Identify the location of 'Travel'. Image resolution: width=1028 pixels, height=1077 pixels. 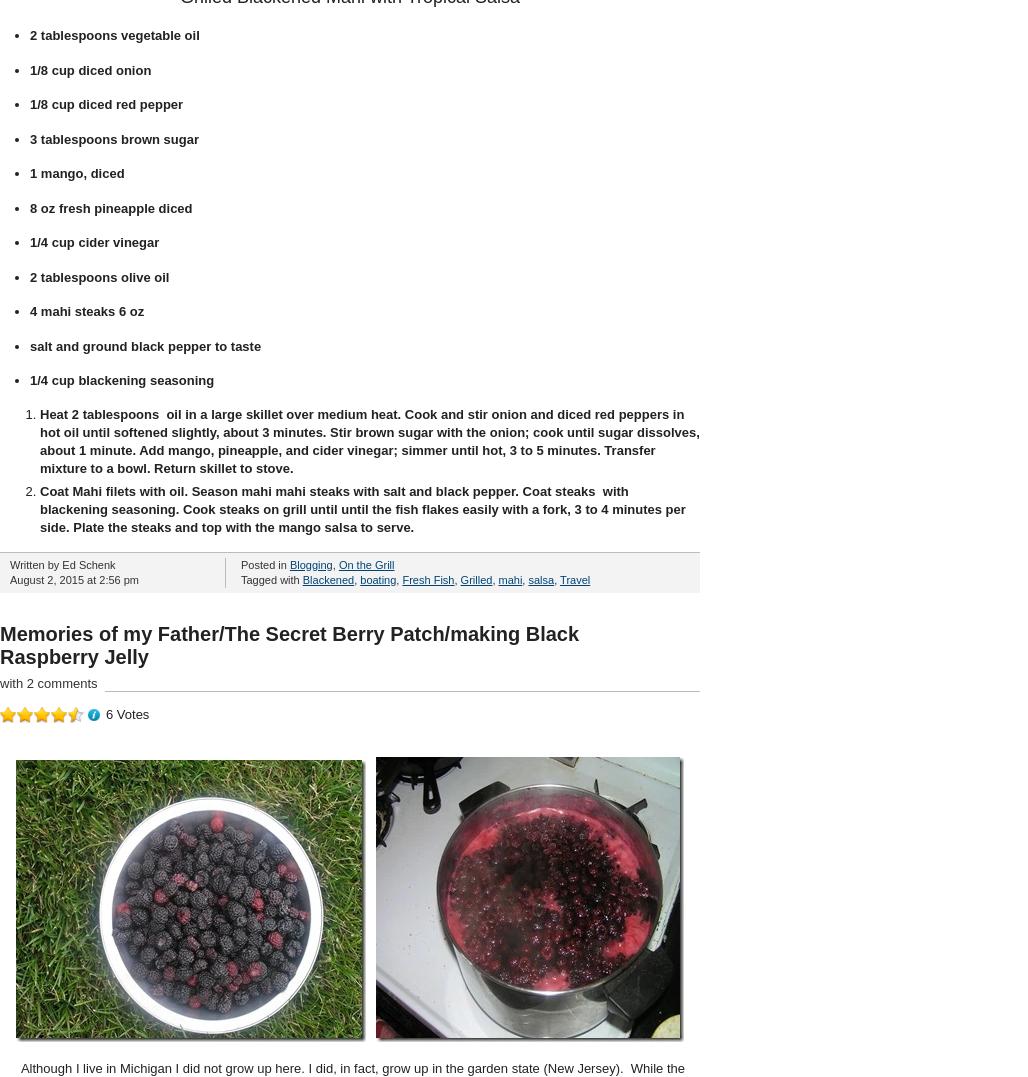
(574, 578).